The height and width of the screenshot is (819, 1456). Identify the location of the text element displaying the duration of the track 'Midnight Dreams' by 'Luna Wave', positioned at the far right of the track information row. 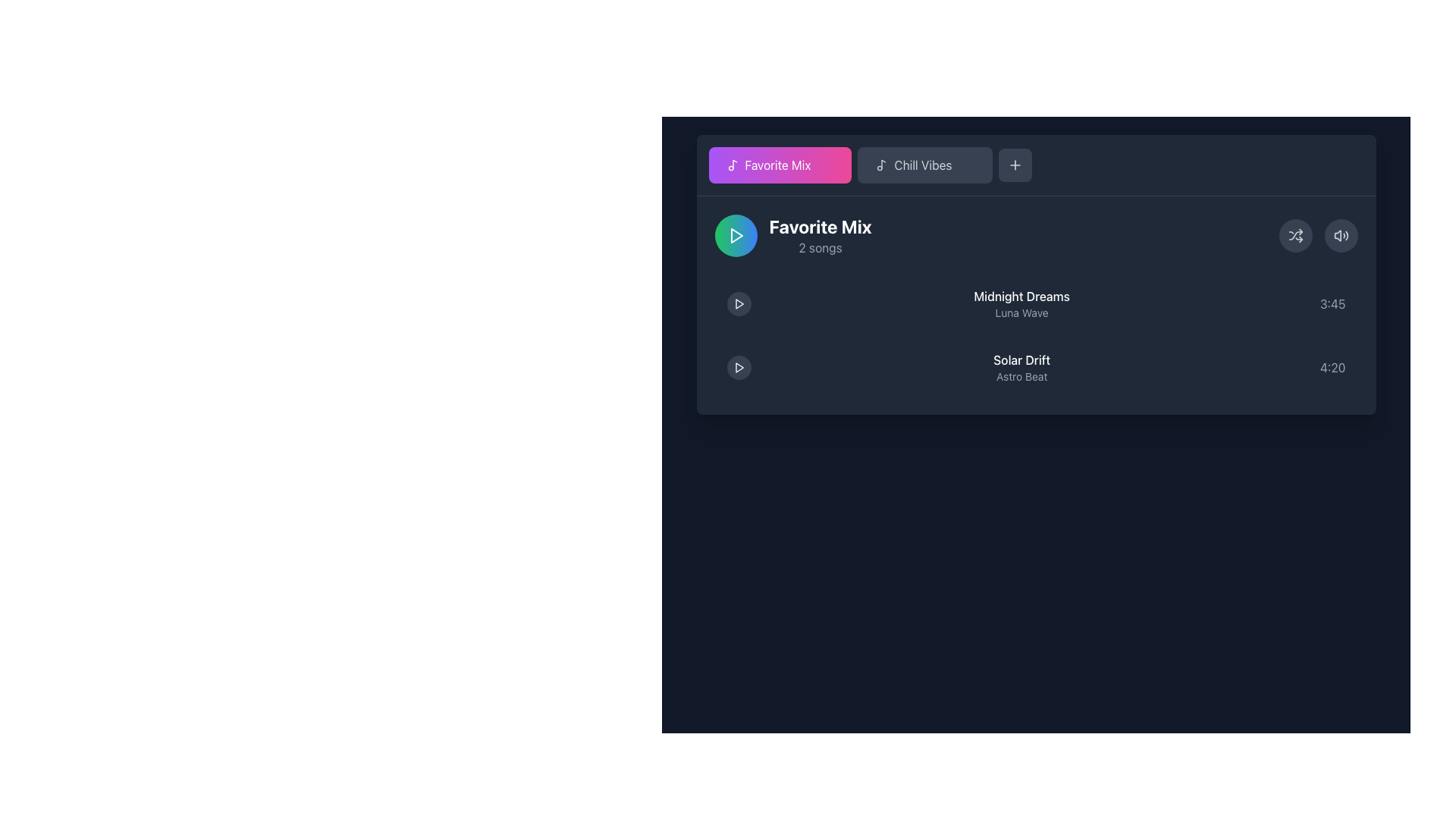
(1332, 304).